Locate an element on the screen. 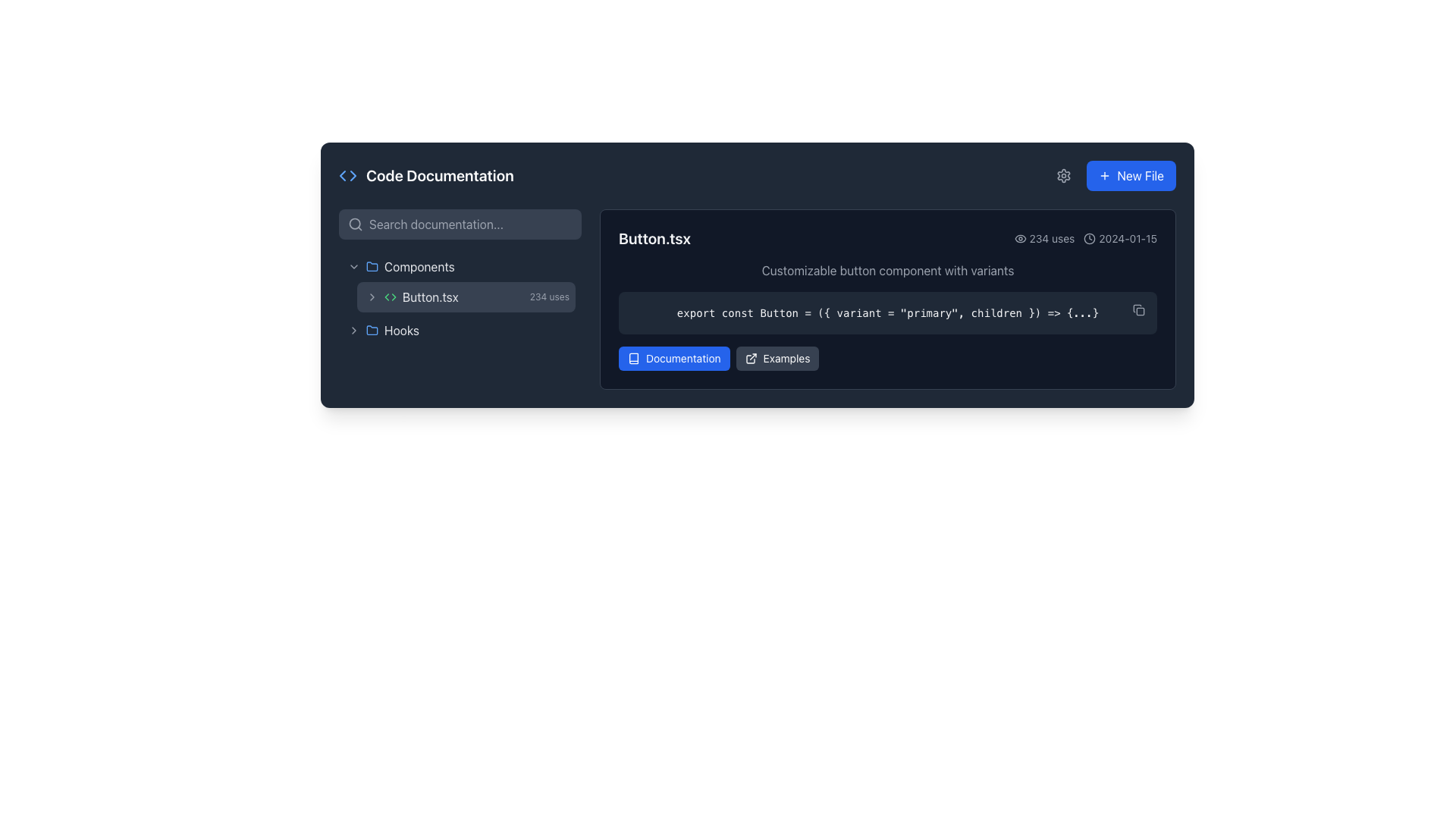 Image resolution: width=1456 pixels, height=819 pixels. the right-facing chevron icon button adjacent to the 'Hooks' text for keyboard accessibility is located at coordinates (353, 329).